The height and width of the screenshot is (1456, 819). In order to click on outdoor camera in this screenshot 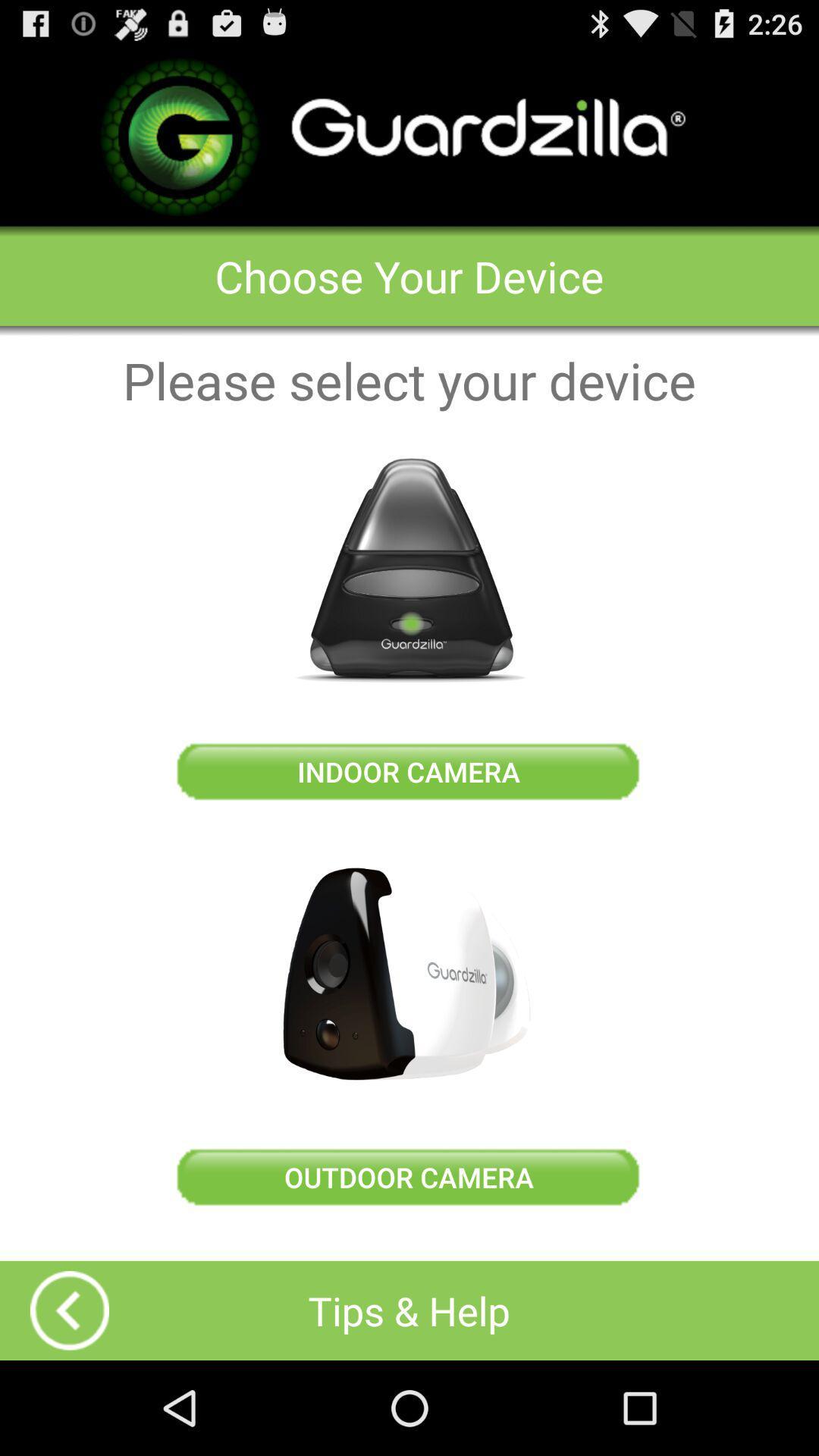, I will do `click(408, 974)`.